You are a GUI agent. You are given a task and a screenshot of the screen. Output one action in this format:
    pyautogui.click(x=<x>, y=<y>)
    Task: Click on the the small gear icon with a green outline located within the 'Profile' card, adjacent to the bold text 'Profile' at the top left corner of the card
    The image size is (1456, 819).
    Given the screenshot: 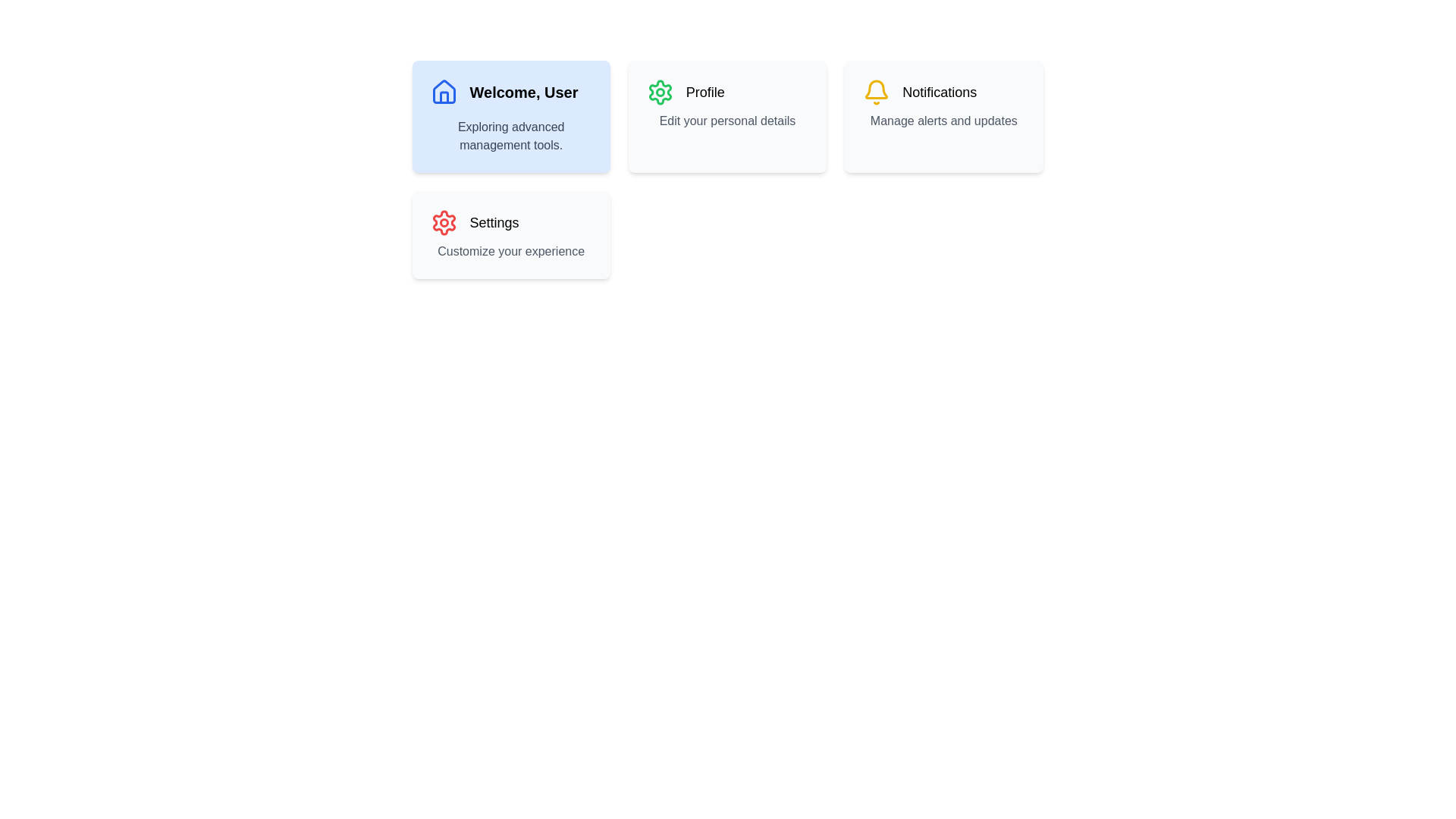 What is the action you would take?
    pyautogui.click(x=660, y=93)
    